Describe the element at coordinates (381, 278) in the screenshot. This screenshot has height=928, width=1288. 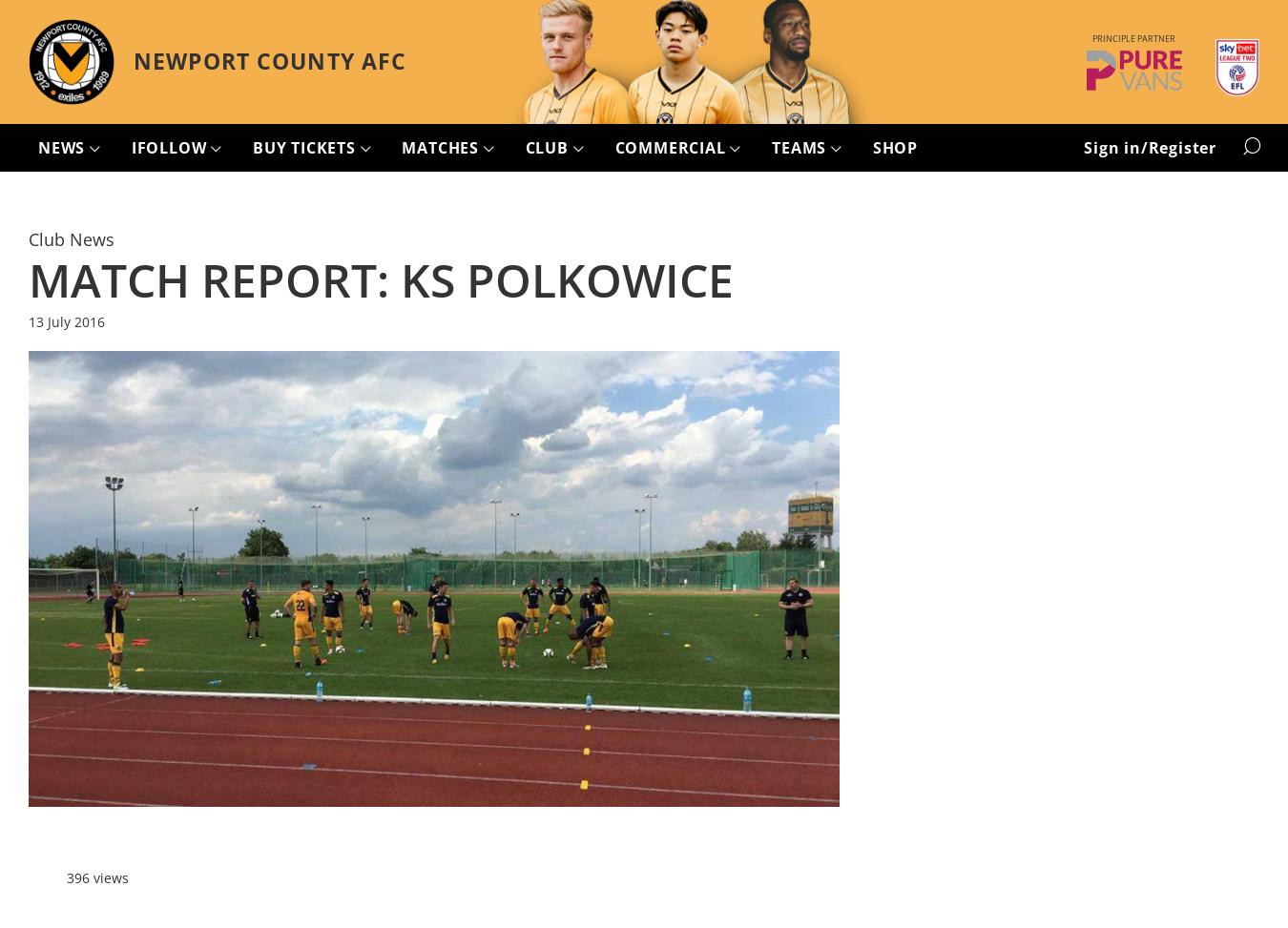
I see `'MATCH REPORT: KS POLKOWICE'` at that location.